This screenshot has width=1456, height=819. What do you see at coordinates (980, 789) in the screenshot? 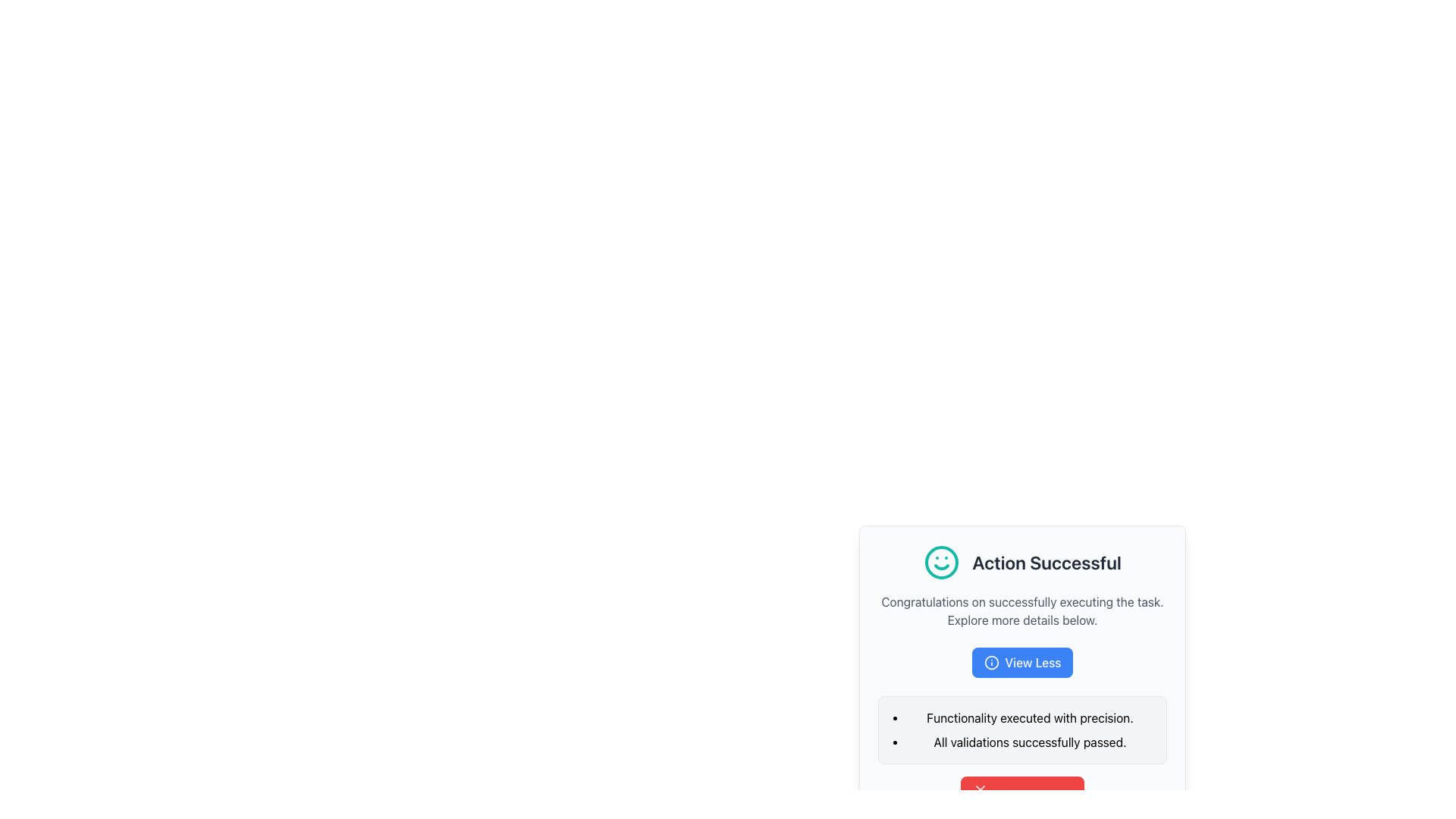
I see `the cross icon located in the bottom right corner of the modal dialog that indicates 'Action Successful'` at bounding box center [980, 789].